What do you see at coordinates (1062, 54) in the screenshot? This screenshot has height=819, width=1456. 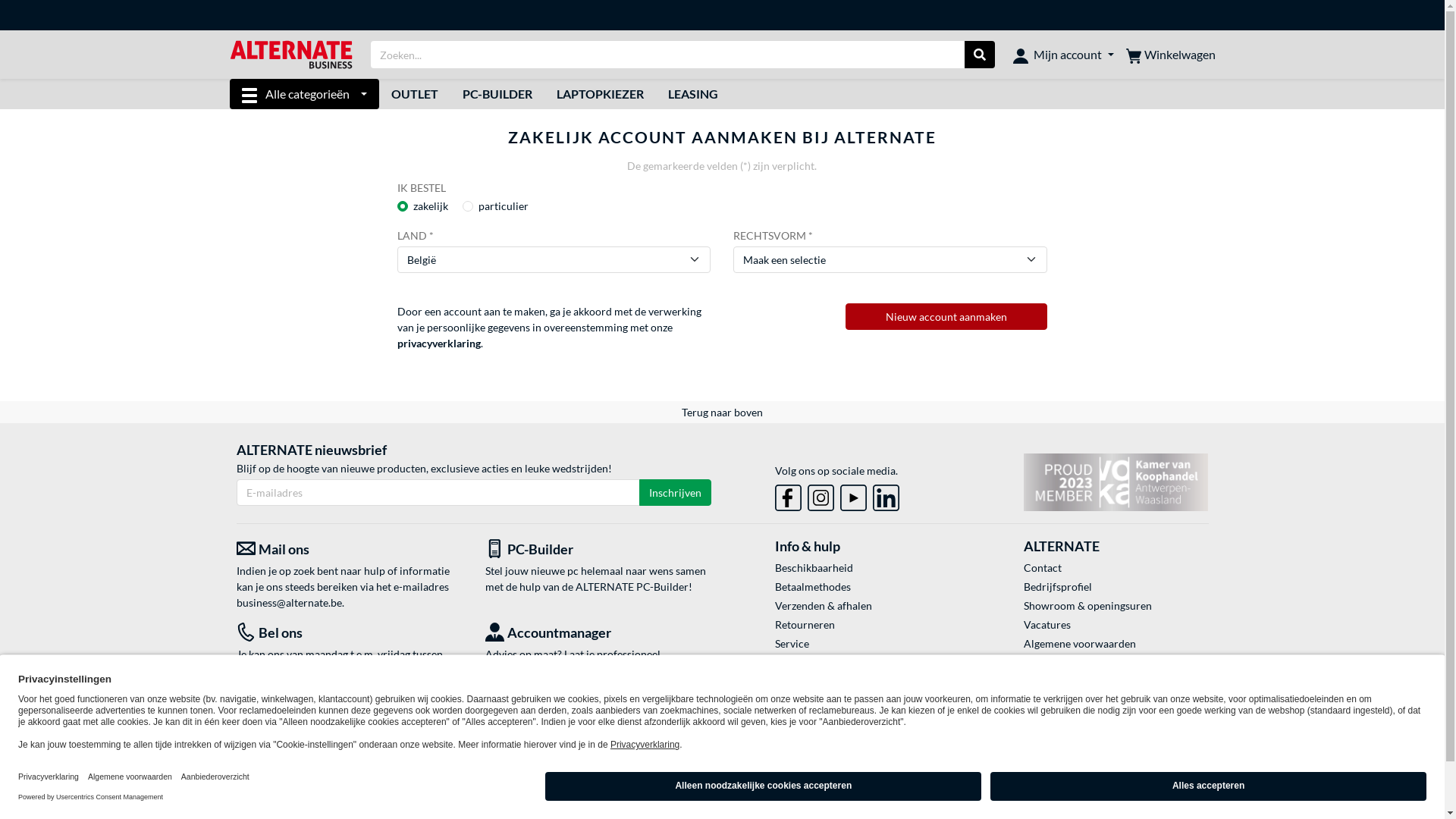 I see `'Mijn account'` at bounding box center [1062, 54].